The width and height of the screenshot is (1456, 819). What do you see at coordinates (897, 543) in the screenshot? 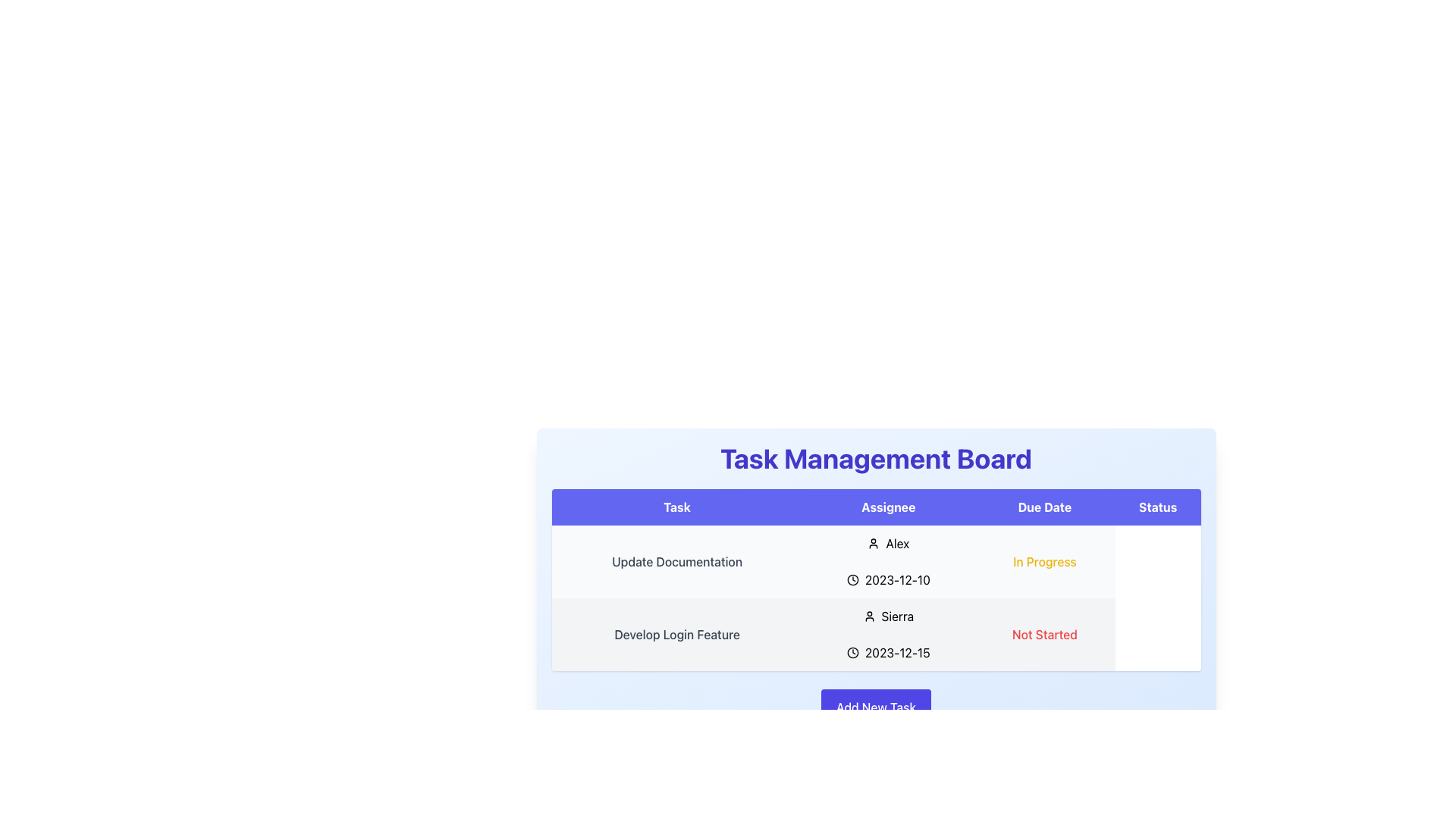
I see `the text 'Alex' located in the 'Assignee' column of the task management table, which is styled in bold black and is interactive` at bounding box center [897, 543].